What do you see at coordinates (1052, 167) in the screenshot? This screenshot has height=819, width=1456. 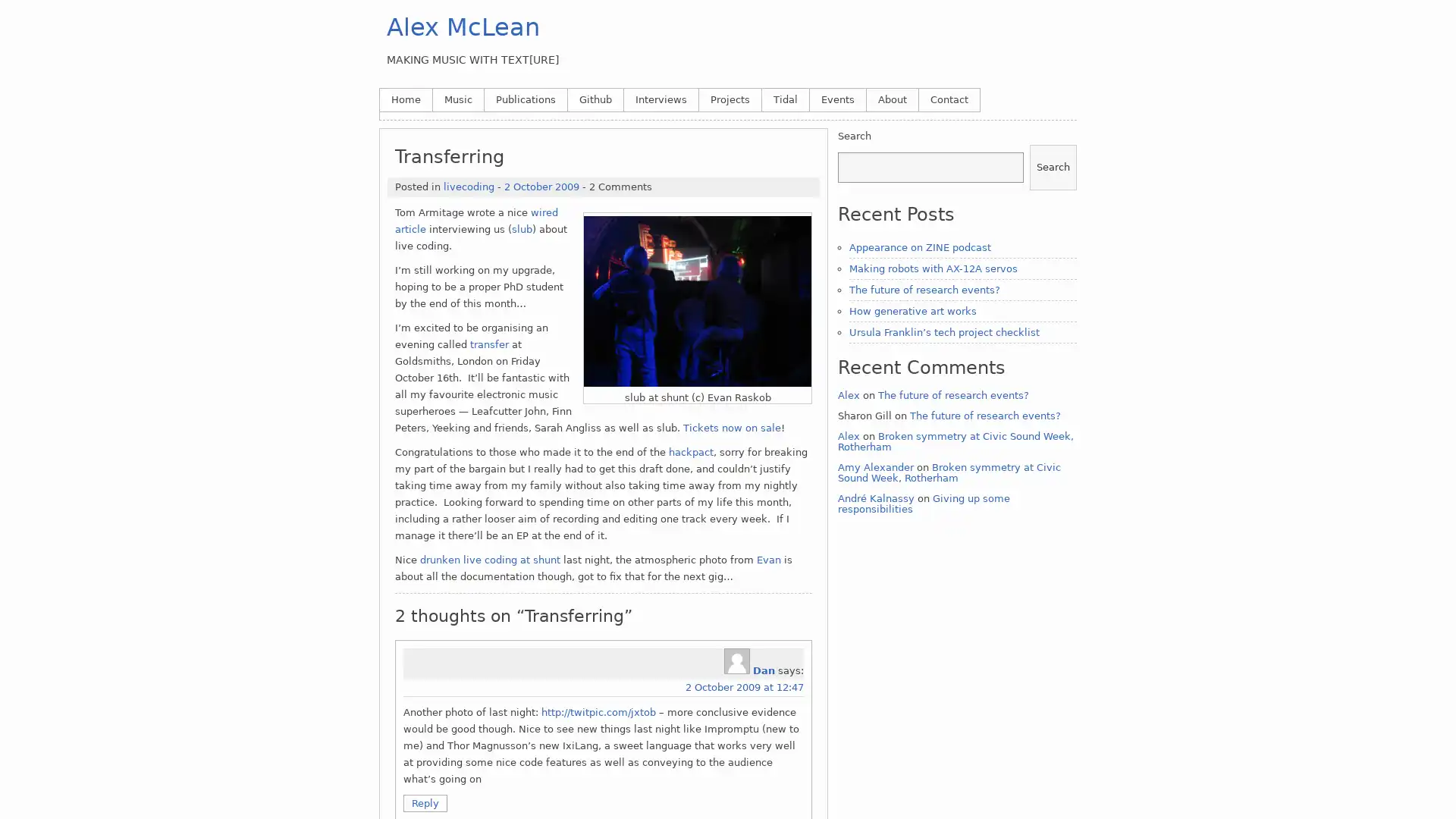 I see `Search` at bounding box center [1052, 167].